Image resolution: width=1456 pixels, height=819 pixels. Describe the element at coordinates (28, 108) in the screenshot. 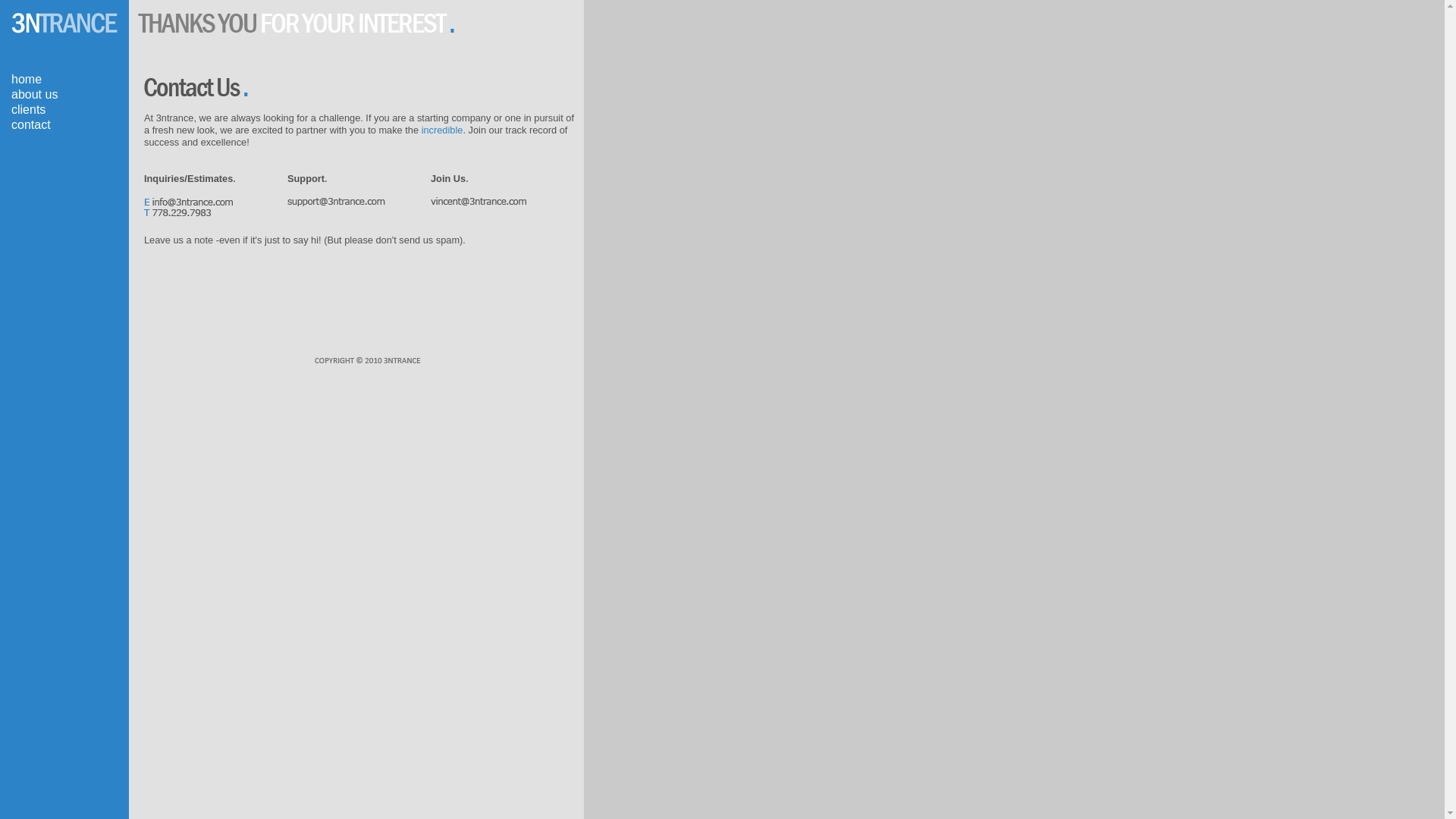

I see `'clients'` at that location.